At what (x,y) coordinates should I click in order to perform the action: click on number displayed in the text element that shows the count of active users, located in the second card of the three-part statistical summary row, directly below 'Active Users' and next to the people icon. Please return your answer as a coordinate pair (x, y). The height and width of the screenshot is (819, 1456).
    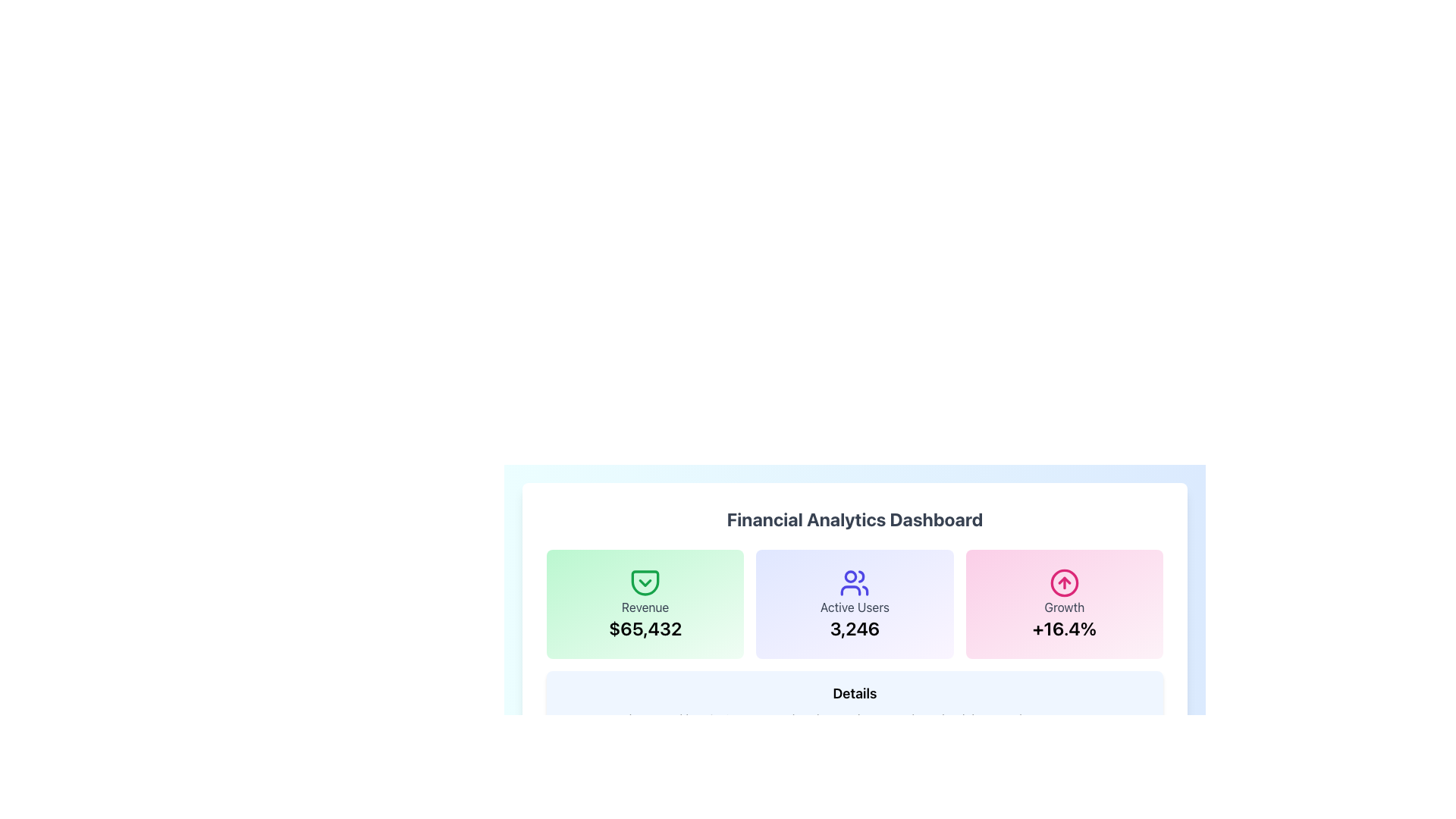
    Looking at the image, I should click on (855, 629).